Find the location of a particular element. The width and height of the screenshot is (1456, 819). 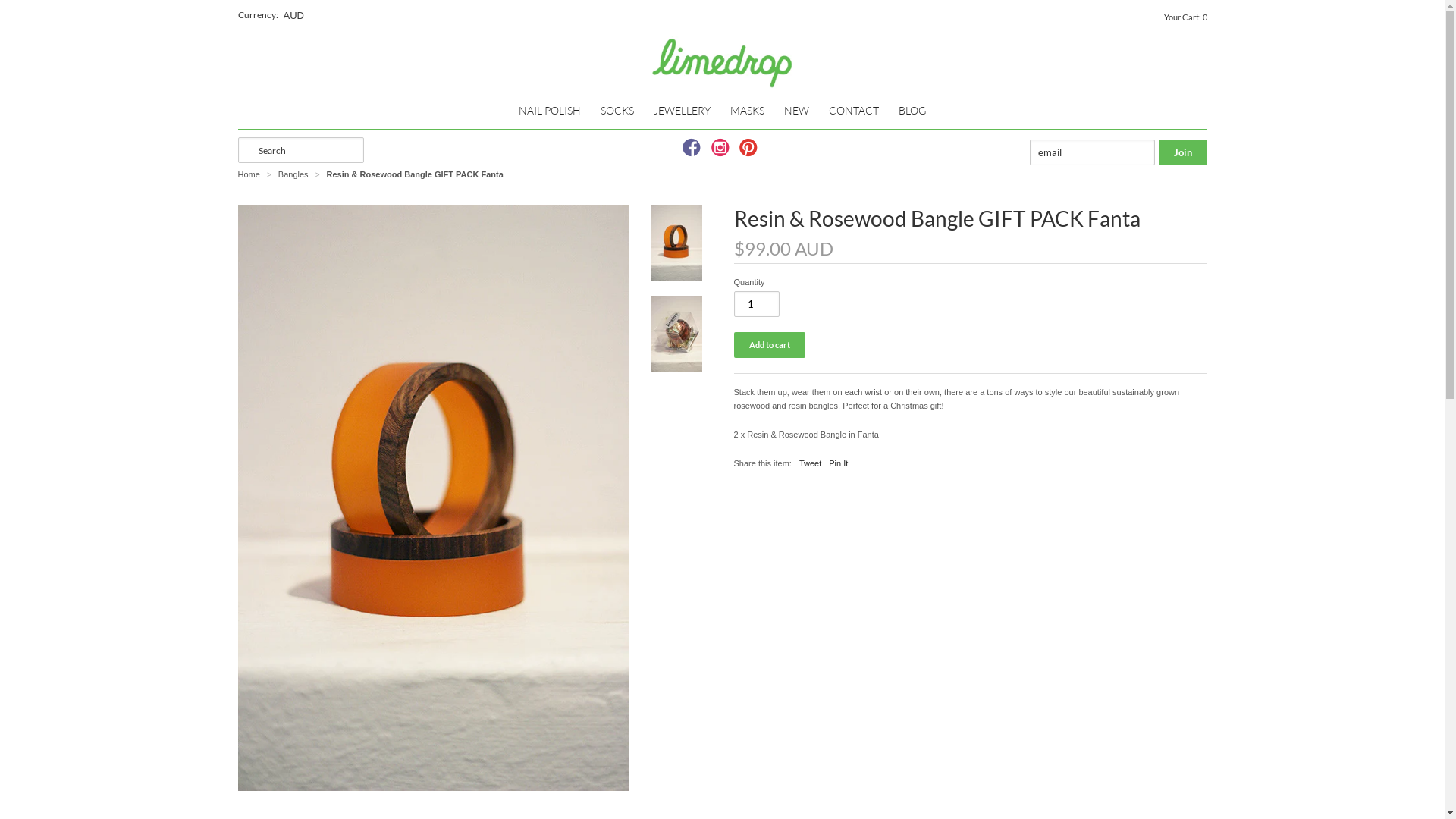

'CONTACT' is located at coordinates (854, 110).